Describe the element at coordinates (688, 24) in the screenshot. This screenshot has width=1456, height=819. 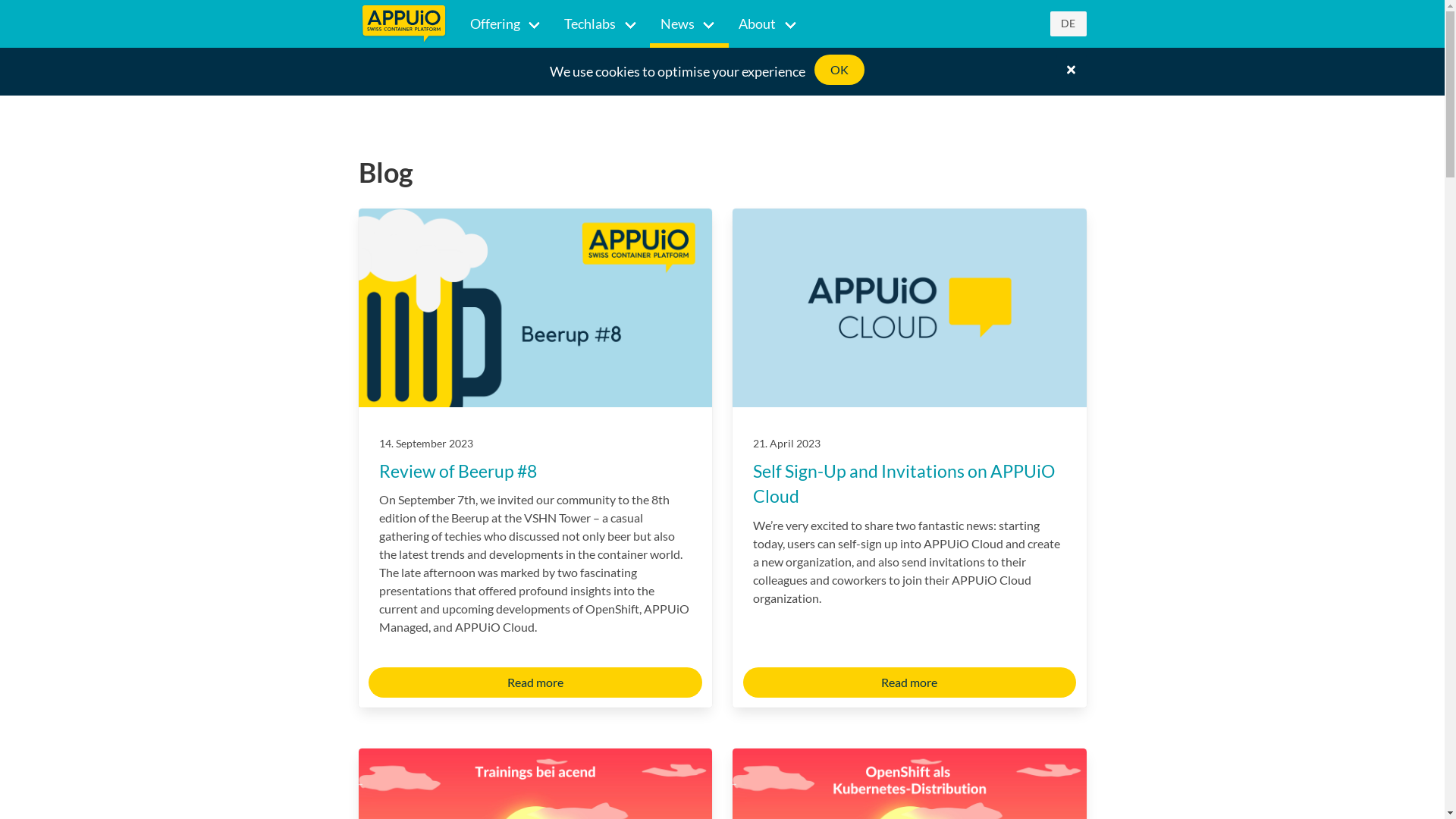
I see `'News'` at that location.